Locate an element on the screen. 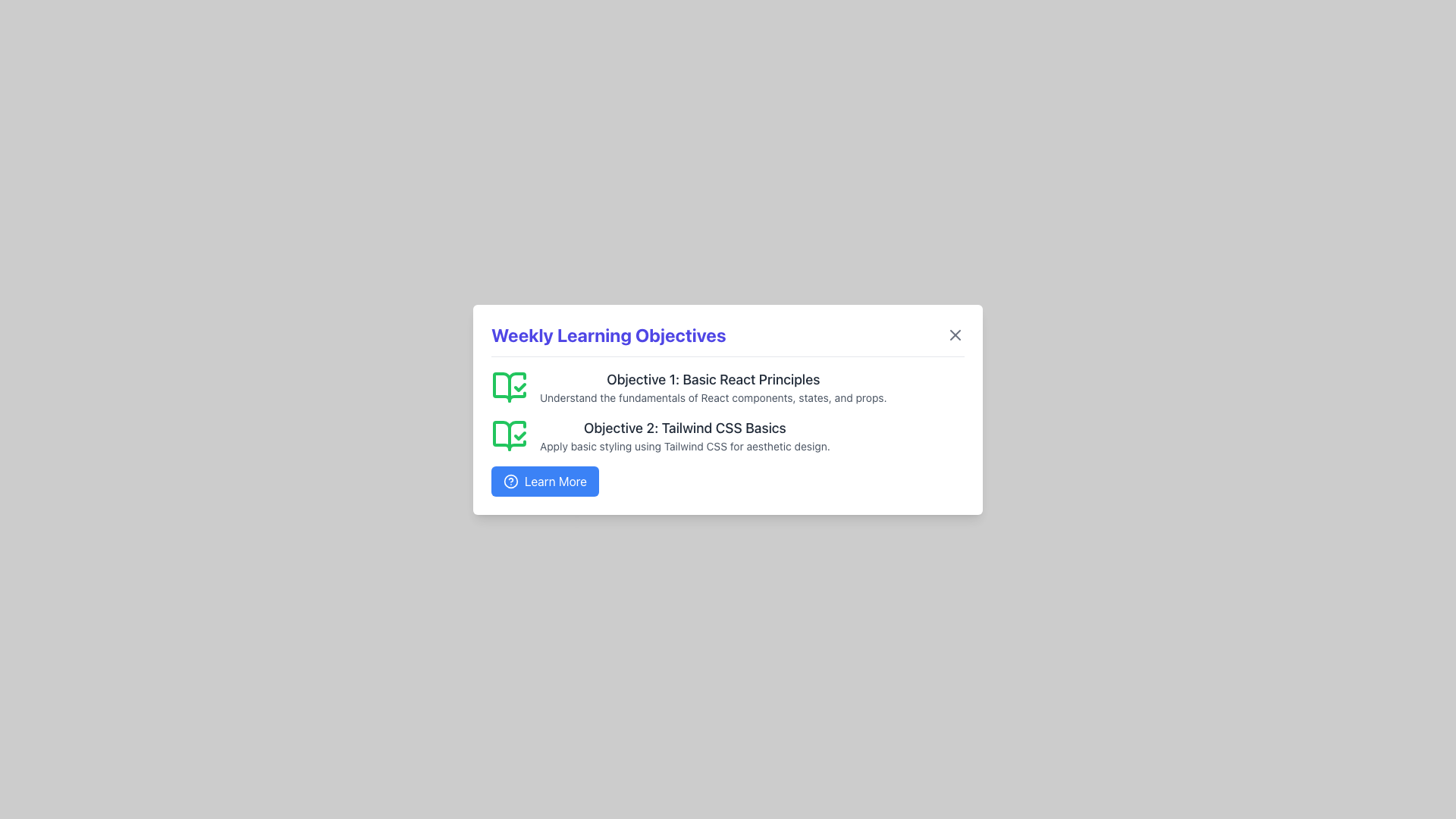 The image size is (1456, 819). the completion verification icon located to the left of the text 'Objective 1: Basic React Principles' in the card-like interface's first item of the list is located at coordinates (510, 385).